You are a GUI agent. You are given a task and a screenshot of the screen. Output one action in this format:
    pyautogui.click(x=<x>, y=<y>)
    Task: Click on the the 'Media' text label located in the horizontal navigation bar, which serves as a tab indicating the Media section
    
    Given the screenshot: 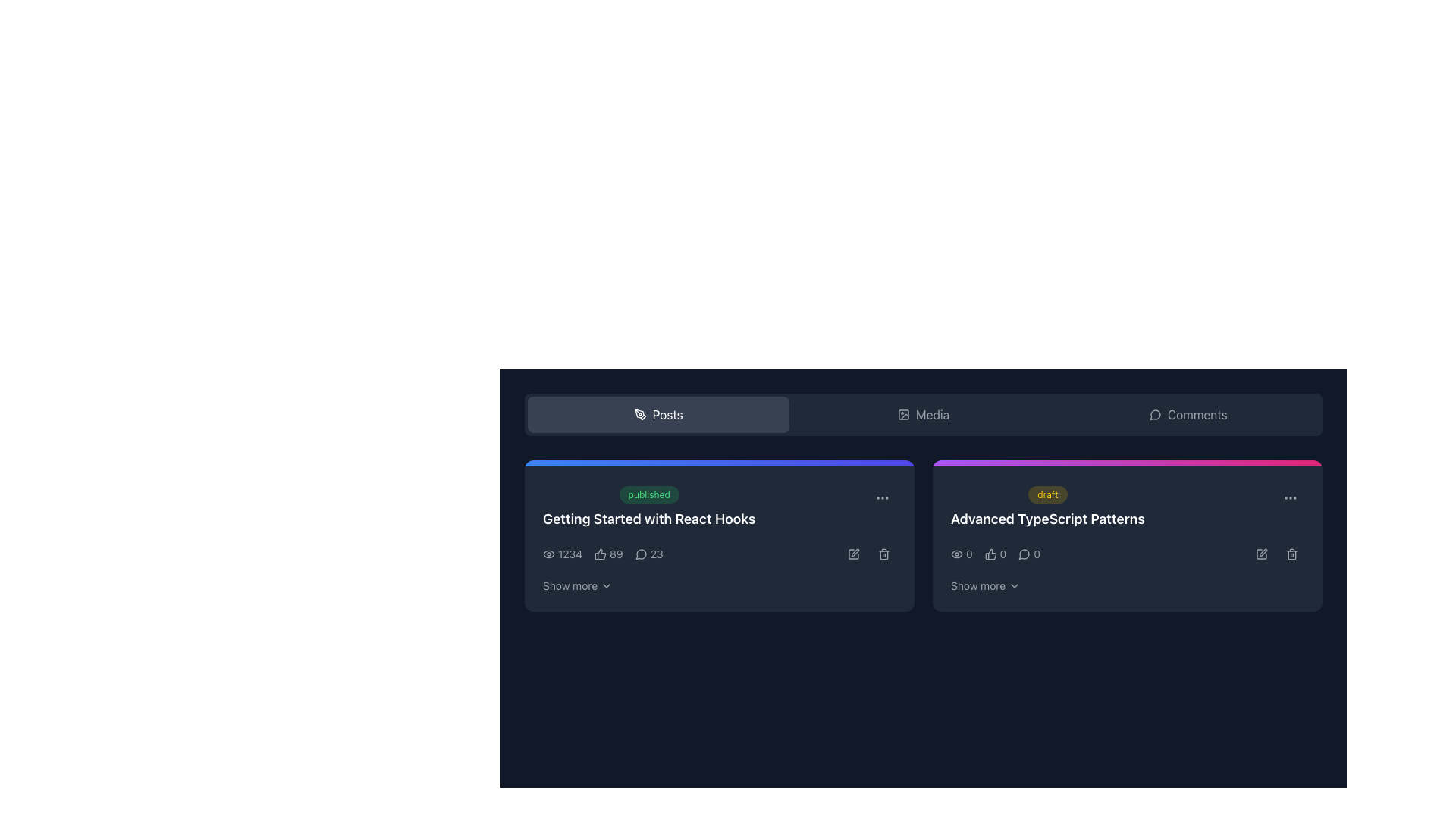 What is the action you would take?
    pyautogui.click(x=931, y=415)
    